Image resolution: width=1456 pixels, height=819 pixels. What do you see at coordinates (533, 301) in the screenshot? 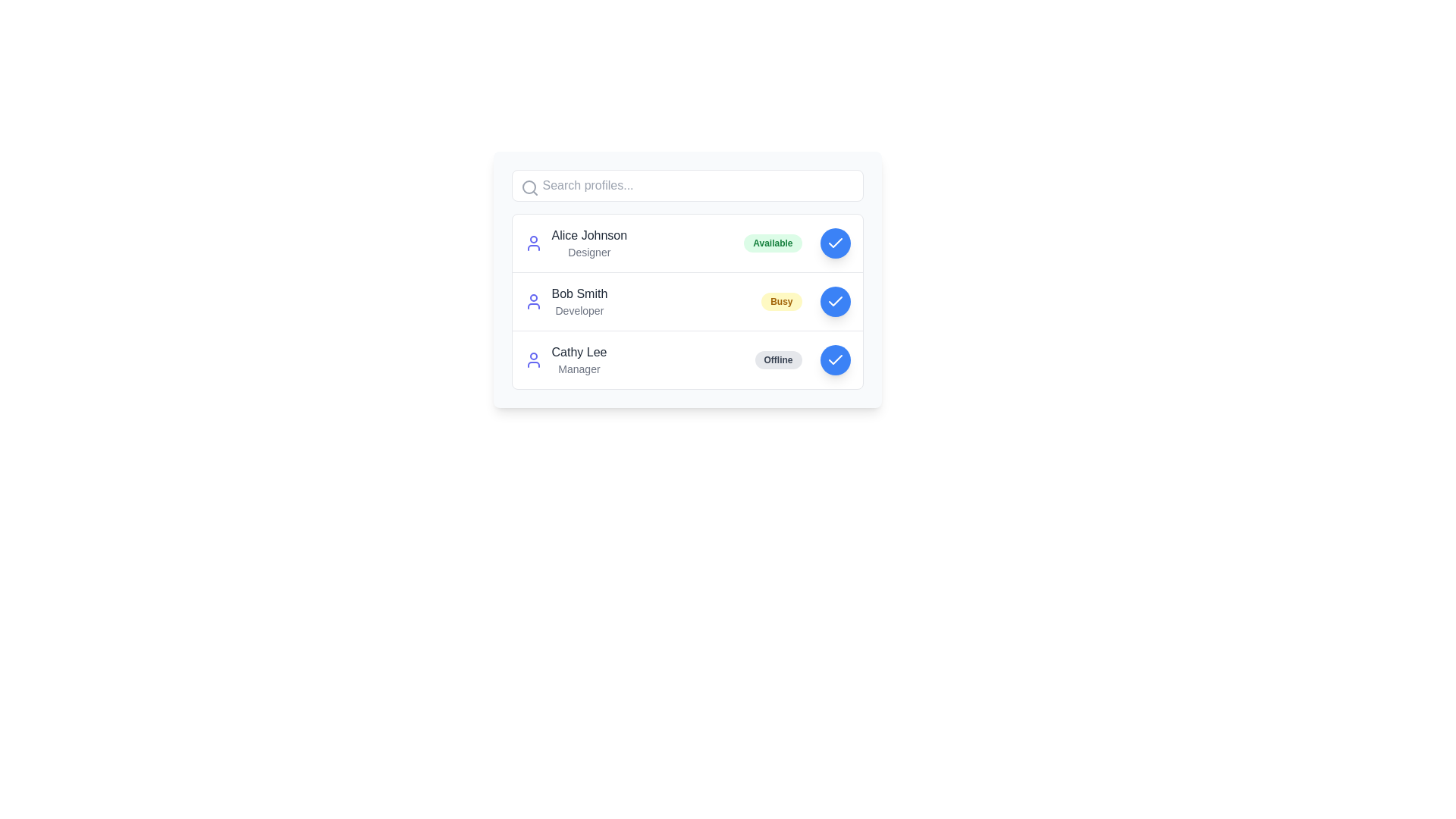
I see `the user icon with a purple outline next to 'Bob Smith' in the second row of the profile list` at bounding box center [533, 301].